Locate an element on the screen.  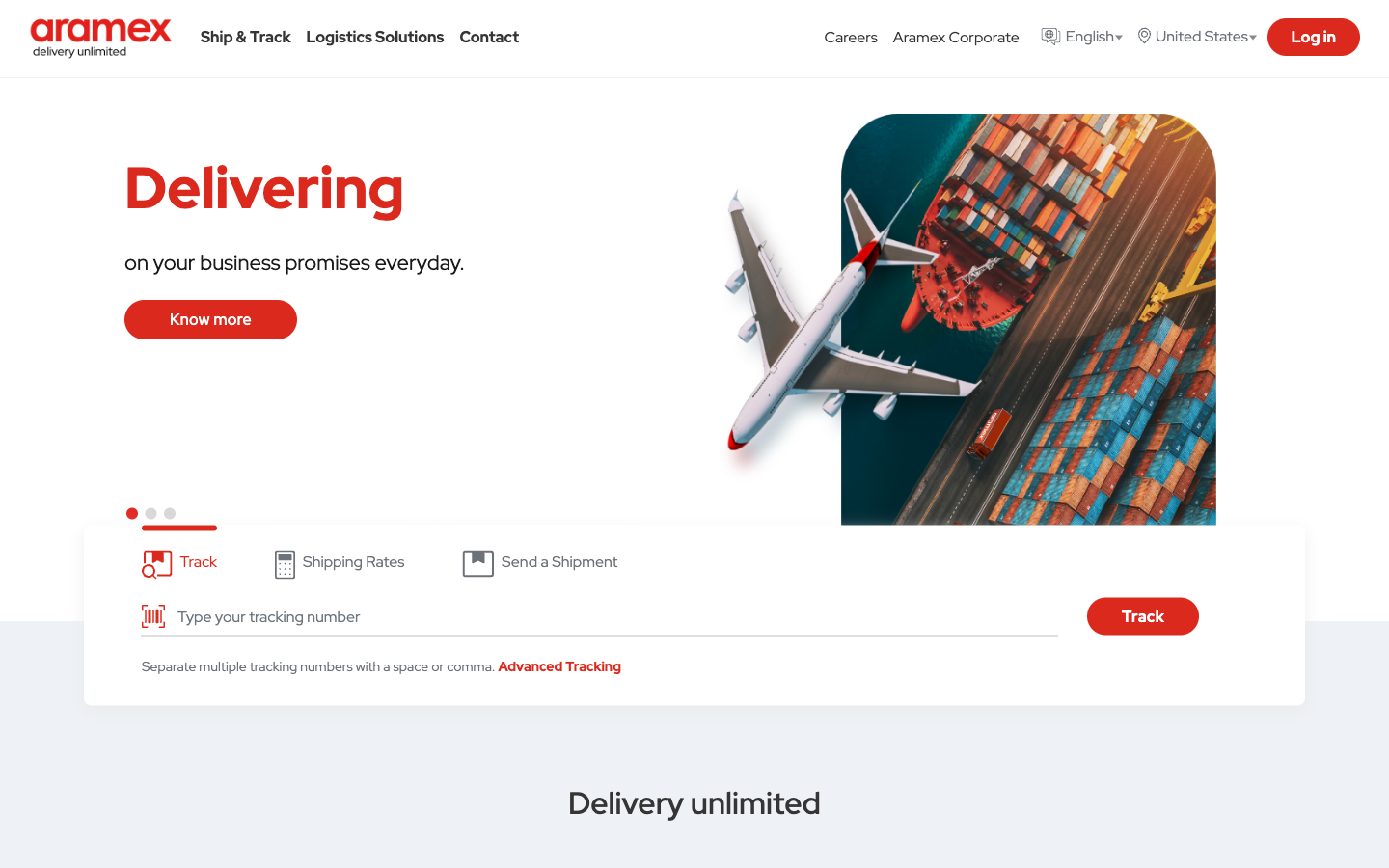
package tracing through the Advanced Tracking option is located at coordinates (559, 665).